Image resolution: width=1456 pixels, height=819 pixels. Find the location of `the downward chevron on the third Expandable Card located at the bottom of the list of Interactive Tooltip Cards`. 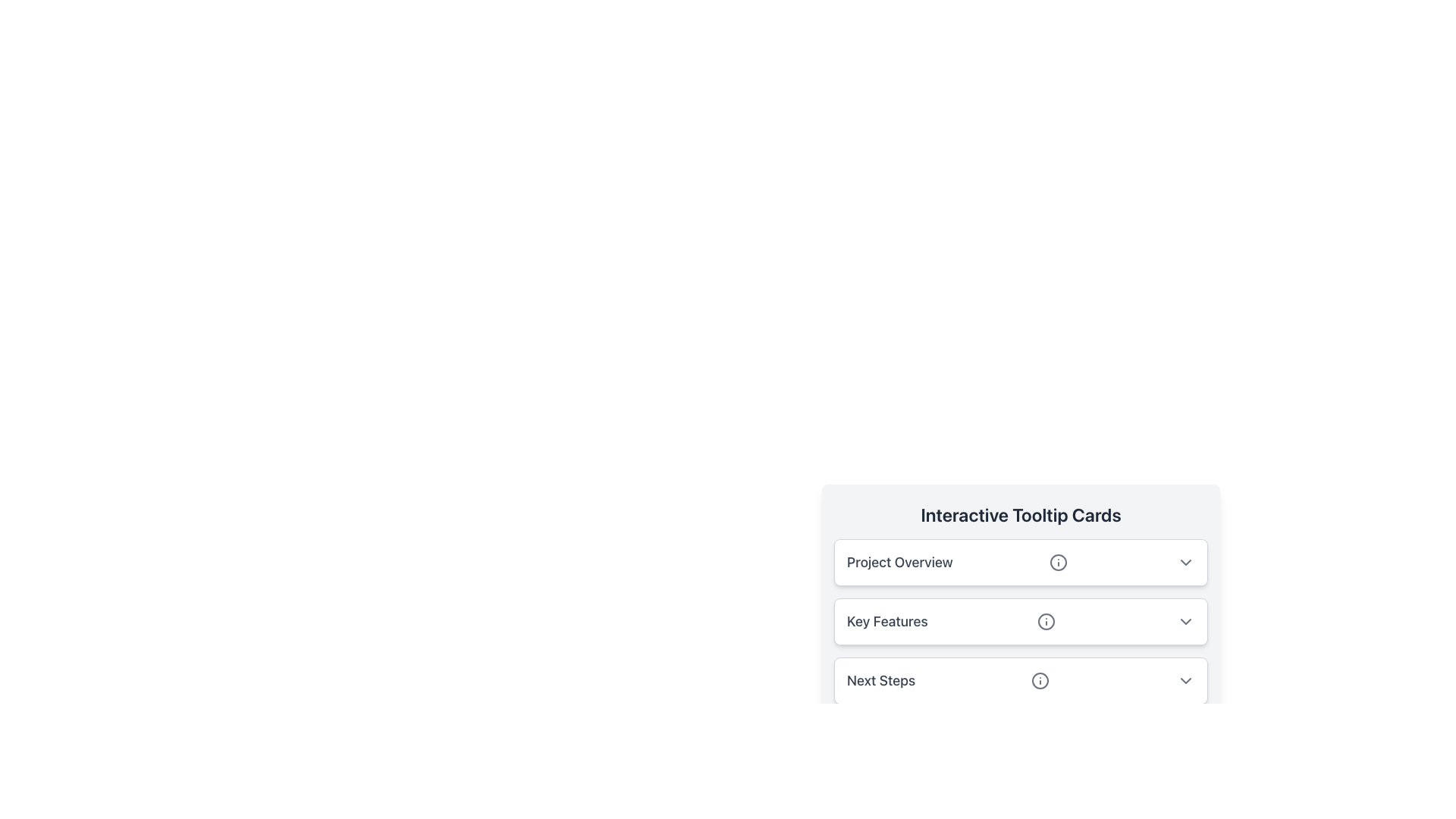

the downward chevron on the third Expandable Card located at the bottom of the list of Interactive Tooltip Cards is located at coordinates (1021, 680).